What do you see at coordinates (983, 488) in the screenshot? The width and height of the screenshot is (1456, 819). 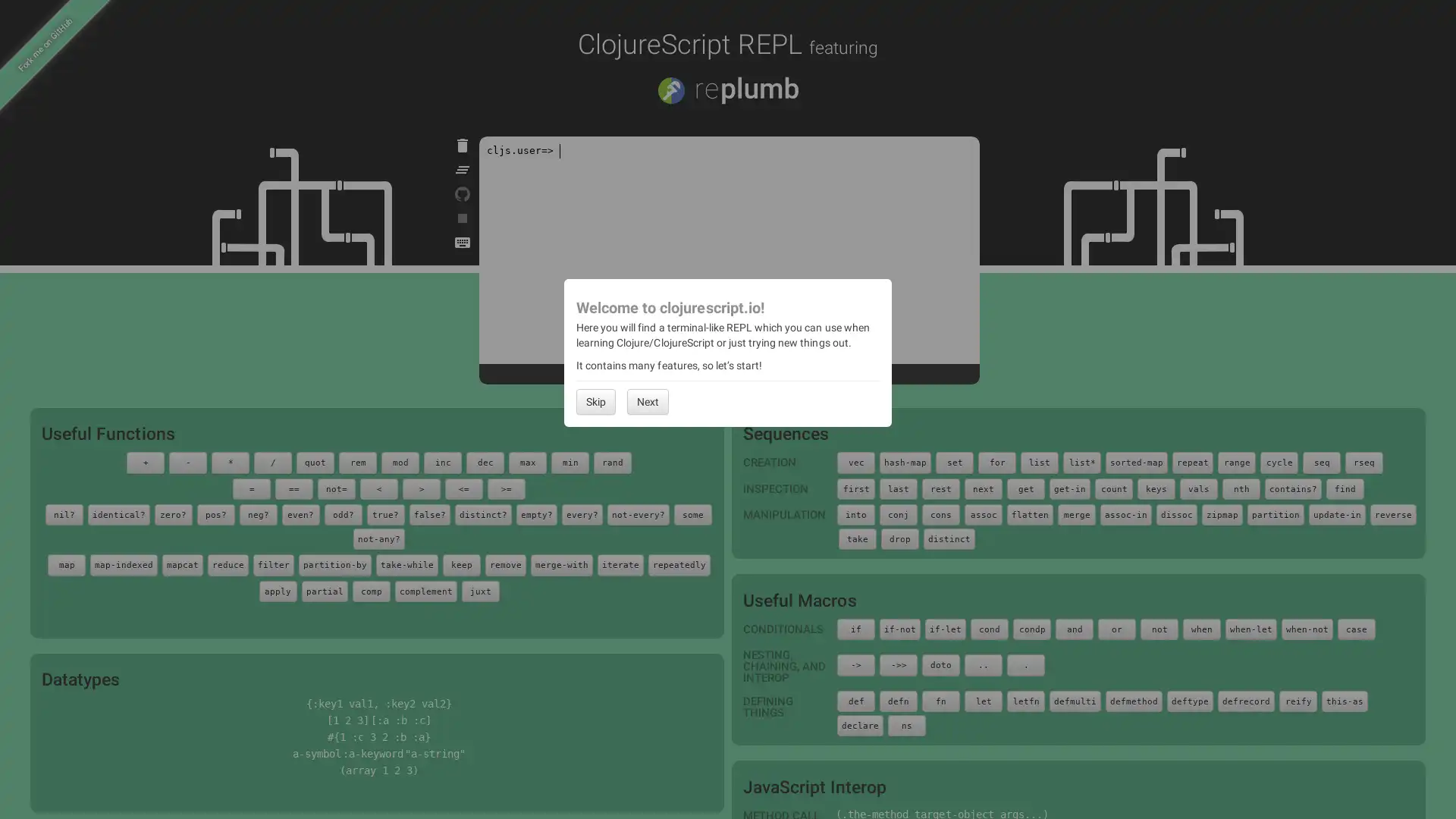 I see `next` at bounding box center [983, 488].